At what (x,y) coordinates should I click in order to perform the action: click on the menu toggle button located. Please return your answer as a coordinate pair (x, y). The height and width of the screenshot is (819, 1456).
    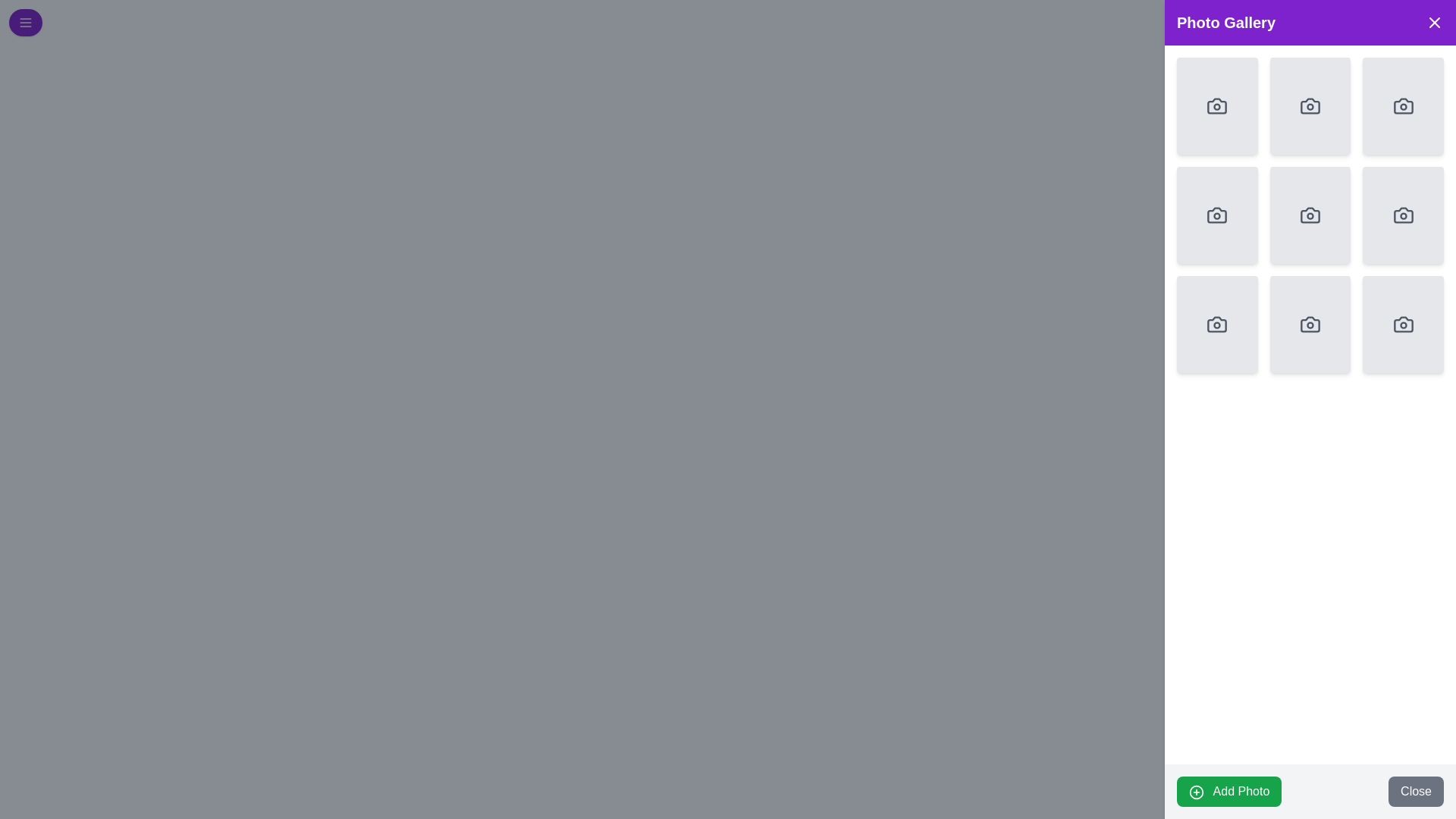
    Looking at the image, I should click on (25, 23).